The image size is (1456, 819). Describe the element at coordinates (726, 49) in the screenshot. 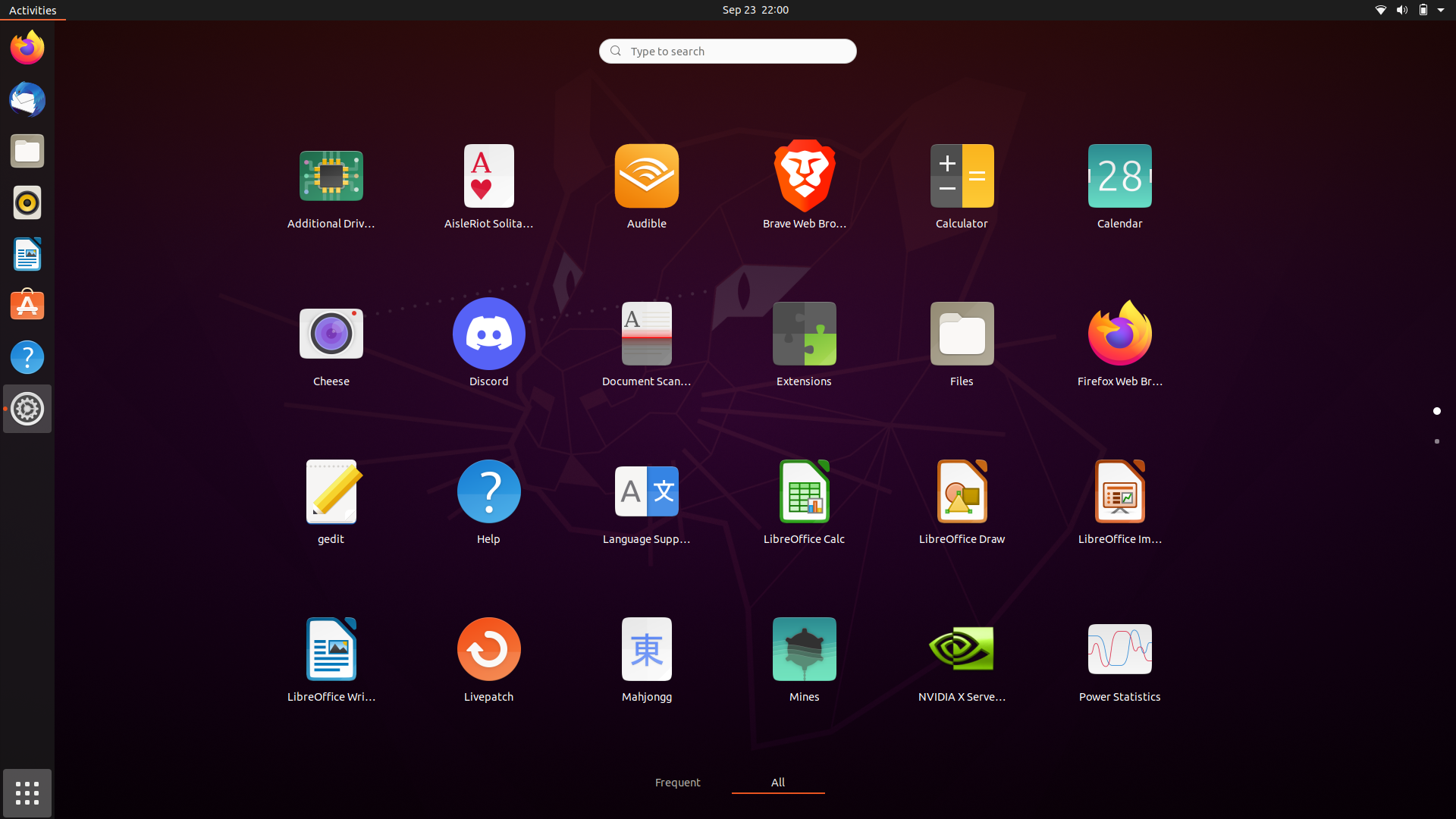

I see `the search application and look for "Editor` at that location.